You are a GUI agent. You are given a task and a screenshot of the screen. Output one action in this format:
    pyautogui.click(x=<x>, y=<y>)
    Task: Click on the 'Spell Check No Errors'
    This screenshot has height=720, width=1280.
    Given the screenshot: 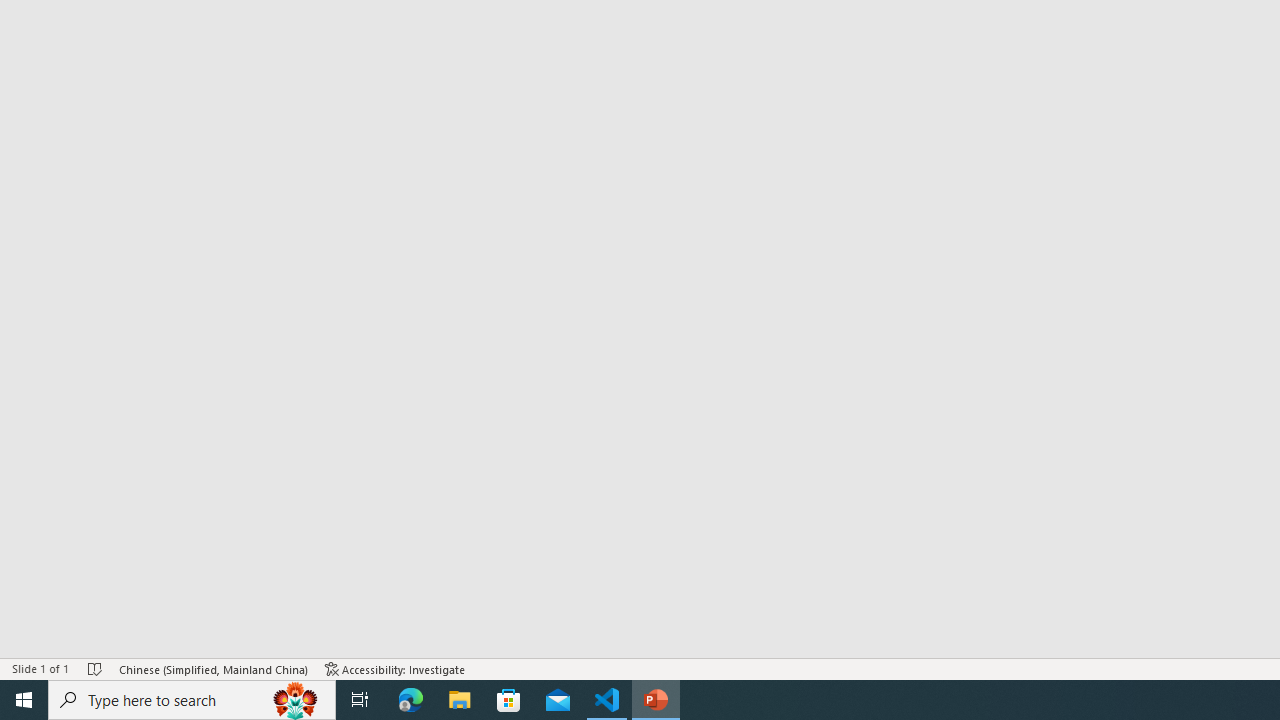 What is the action you would take?
    pyautogui.click(x=95, y=669)
    